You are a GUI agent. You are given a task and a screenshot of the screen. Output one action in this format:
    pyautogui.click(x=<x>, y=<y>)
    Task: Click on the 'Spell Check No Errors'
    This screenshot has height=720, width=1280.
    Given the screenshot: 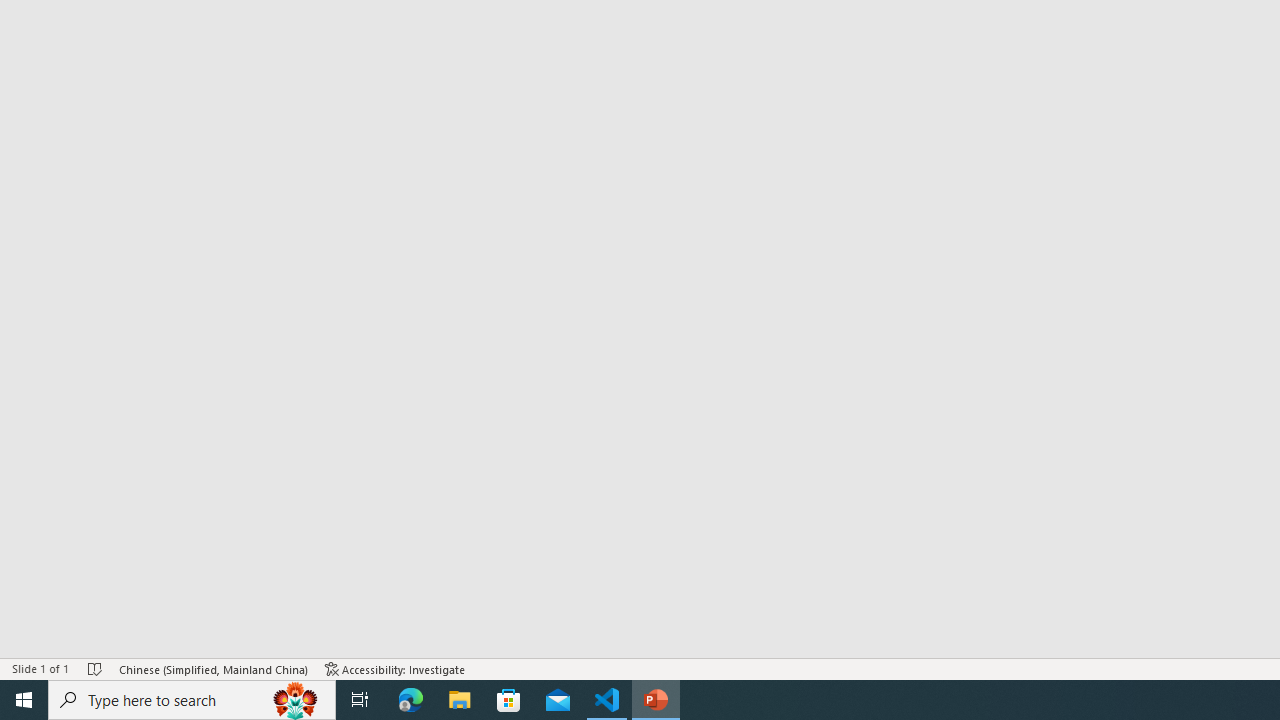 What is the action you would take?
    pyautogui.click(x=95, y=669)
    